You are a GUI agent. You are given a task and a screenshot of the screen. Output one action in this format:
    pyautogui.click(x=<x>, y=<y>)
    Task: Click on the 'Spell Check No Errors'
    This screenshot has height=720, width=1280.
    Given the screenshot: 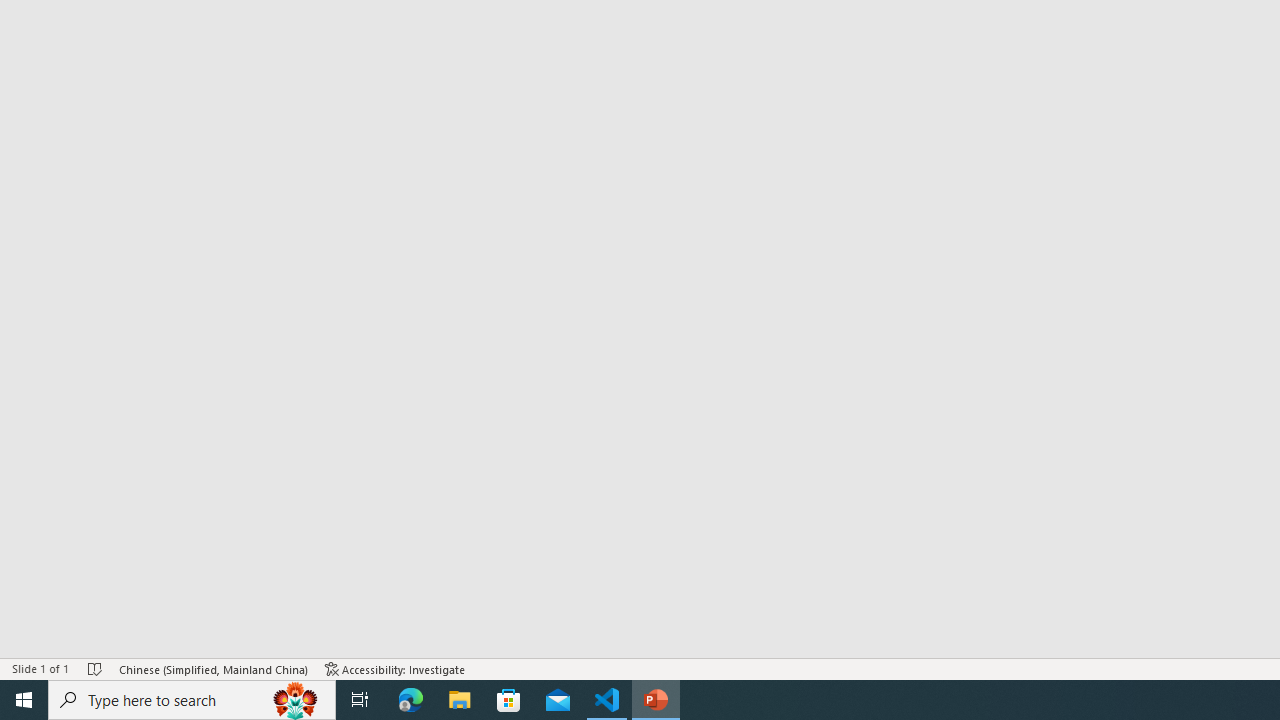 What is the action you would take?
    pyautogui.click(x=95, y=669)
    